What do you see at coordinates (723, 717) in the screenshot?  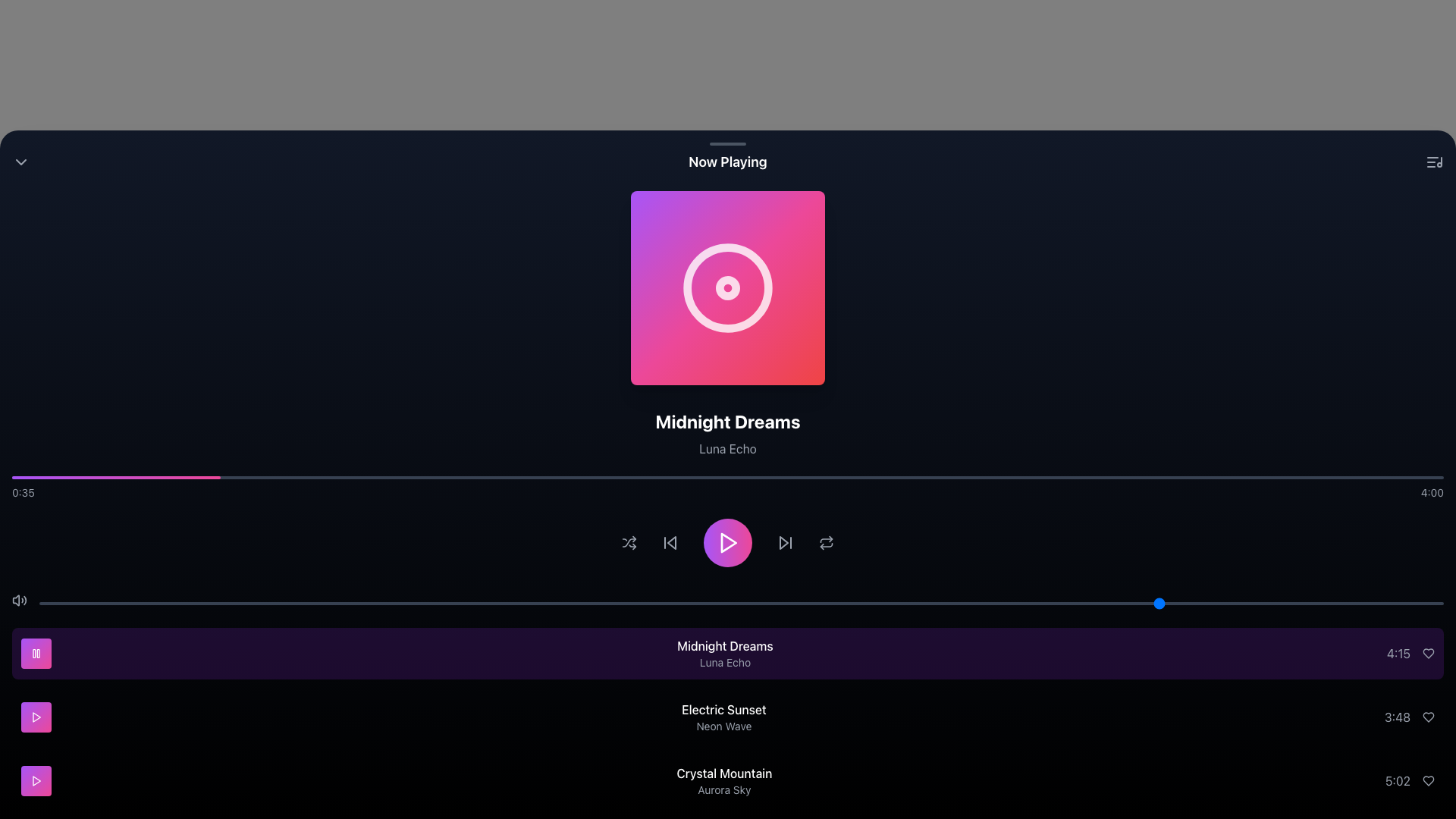 I see `the text of the multi-line text display for the song entry 'Electric Sunset' by 'Neon Wave', which is located in the second row of the playlist, next to a play icon and time indicator` at bounding box center [723, 717].